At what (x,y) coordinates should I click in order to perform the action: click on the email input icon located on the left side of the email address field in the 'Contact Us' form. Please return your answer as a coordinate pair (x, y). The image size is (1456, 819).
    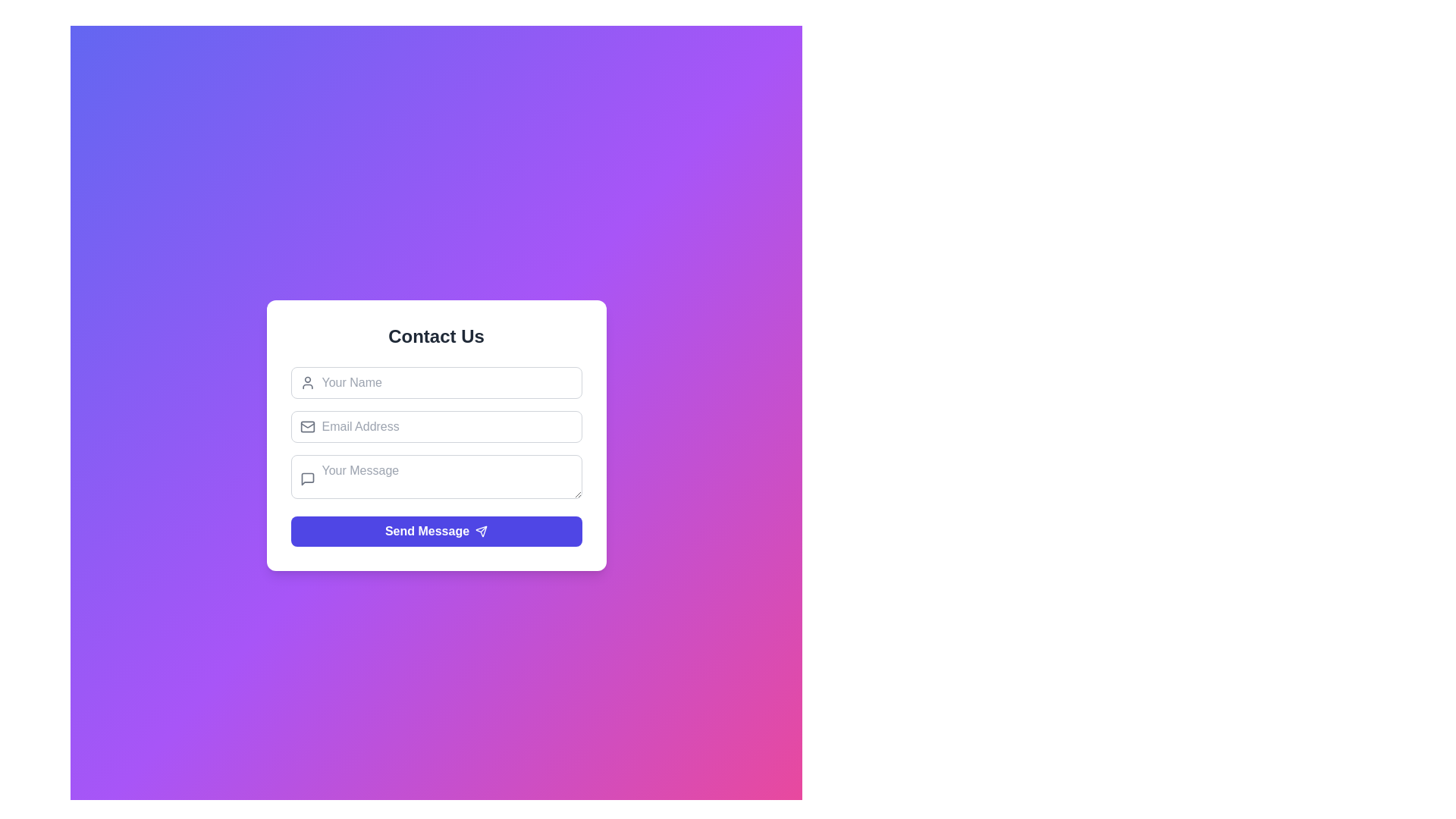
    Looking at the image, I should click on (306, 426).